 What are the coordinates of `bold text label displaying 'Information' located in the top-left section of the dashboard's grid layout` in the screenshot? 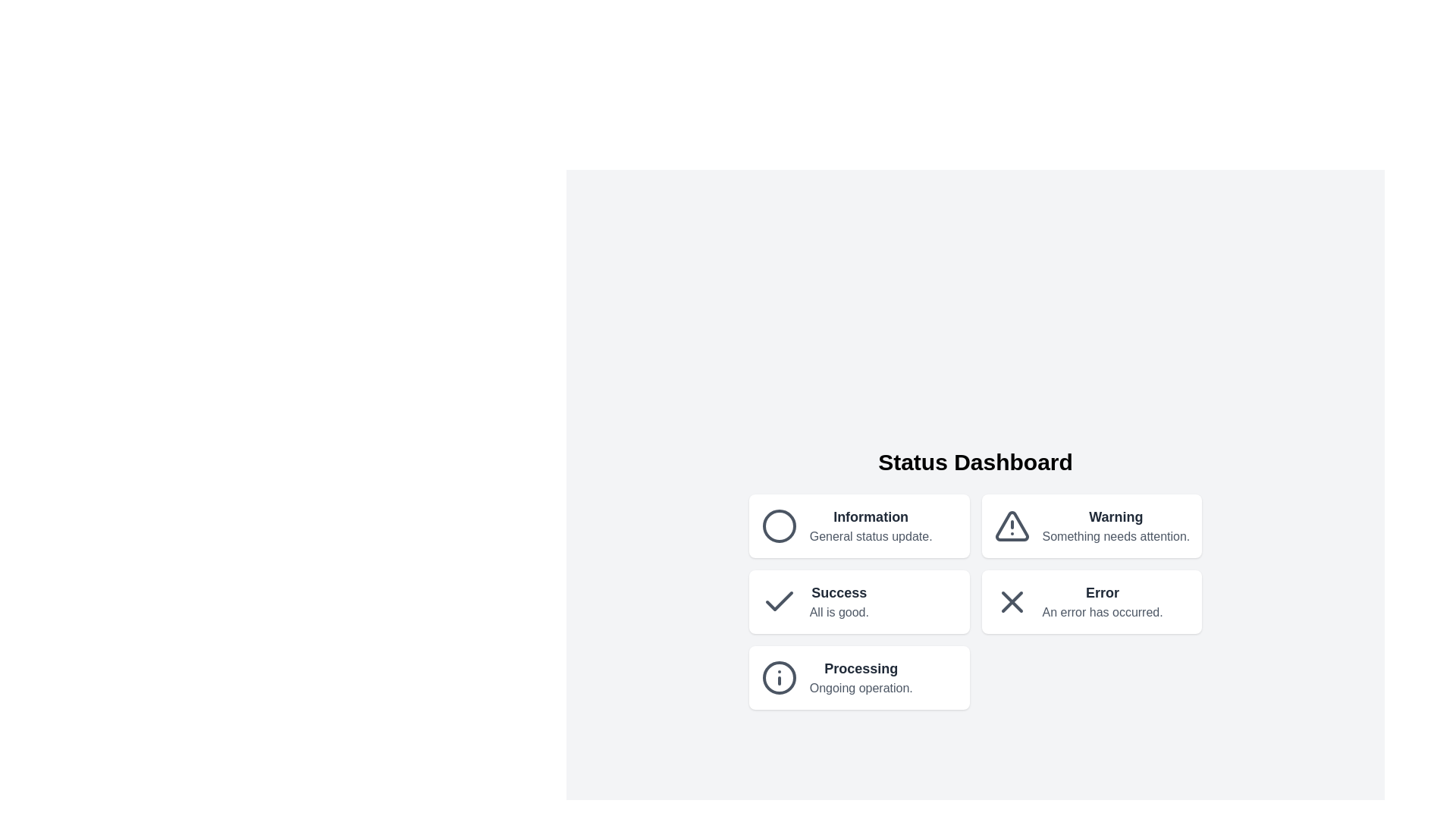 It's located at (871, 516).